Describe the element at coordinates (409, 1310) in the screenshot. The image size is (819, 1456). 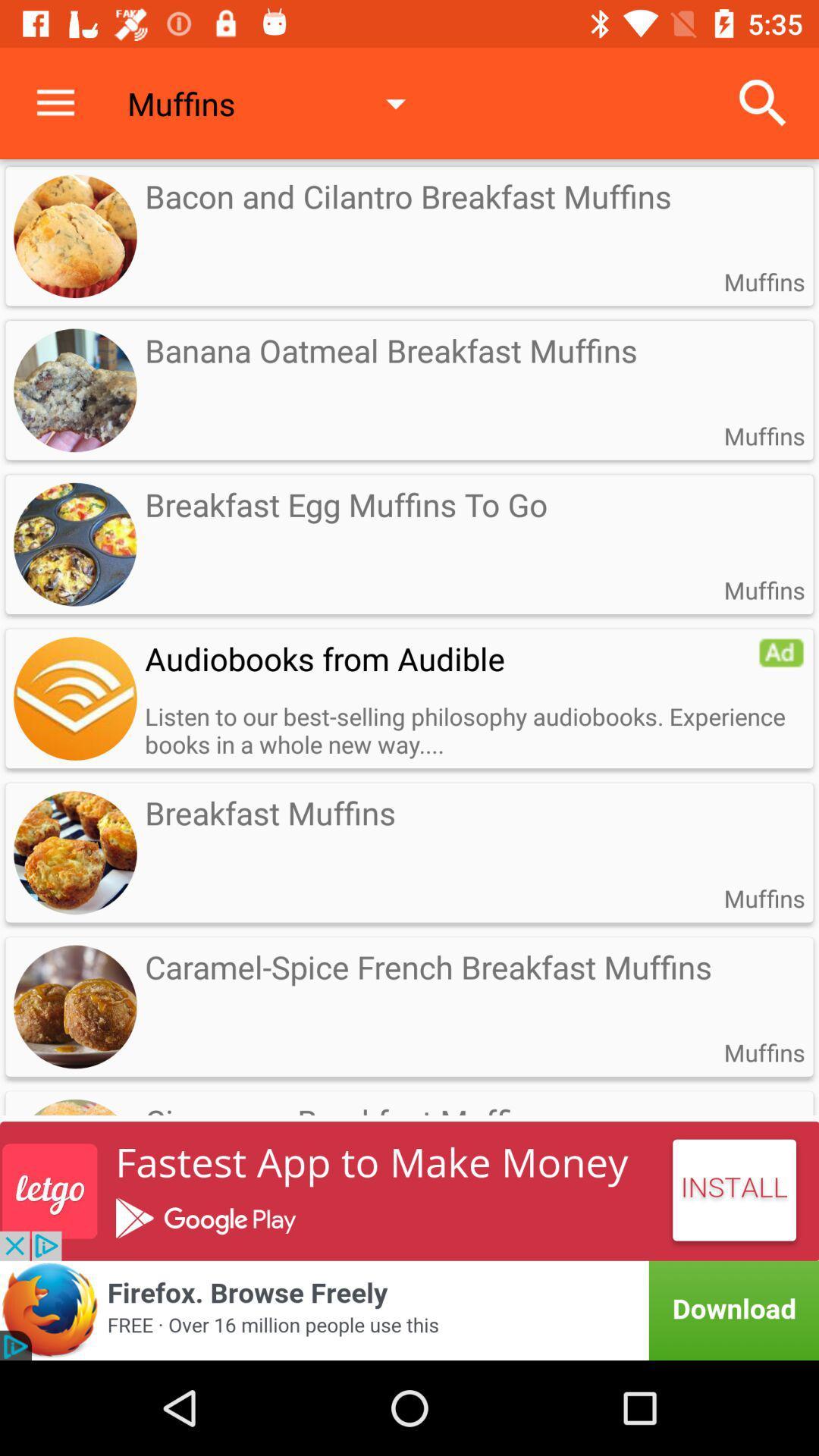
I see `click bottom advertisement` at that location.